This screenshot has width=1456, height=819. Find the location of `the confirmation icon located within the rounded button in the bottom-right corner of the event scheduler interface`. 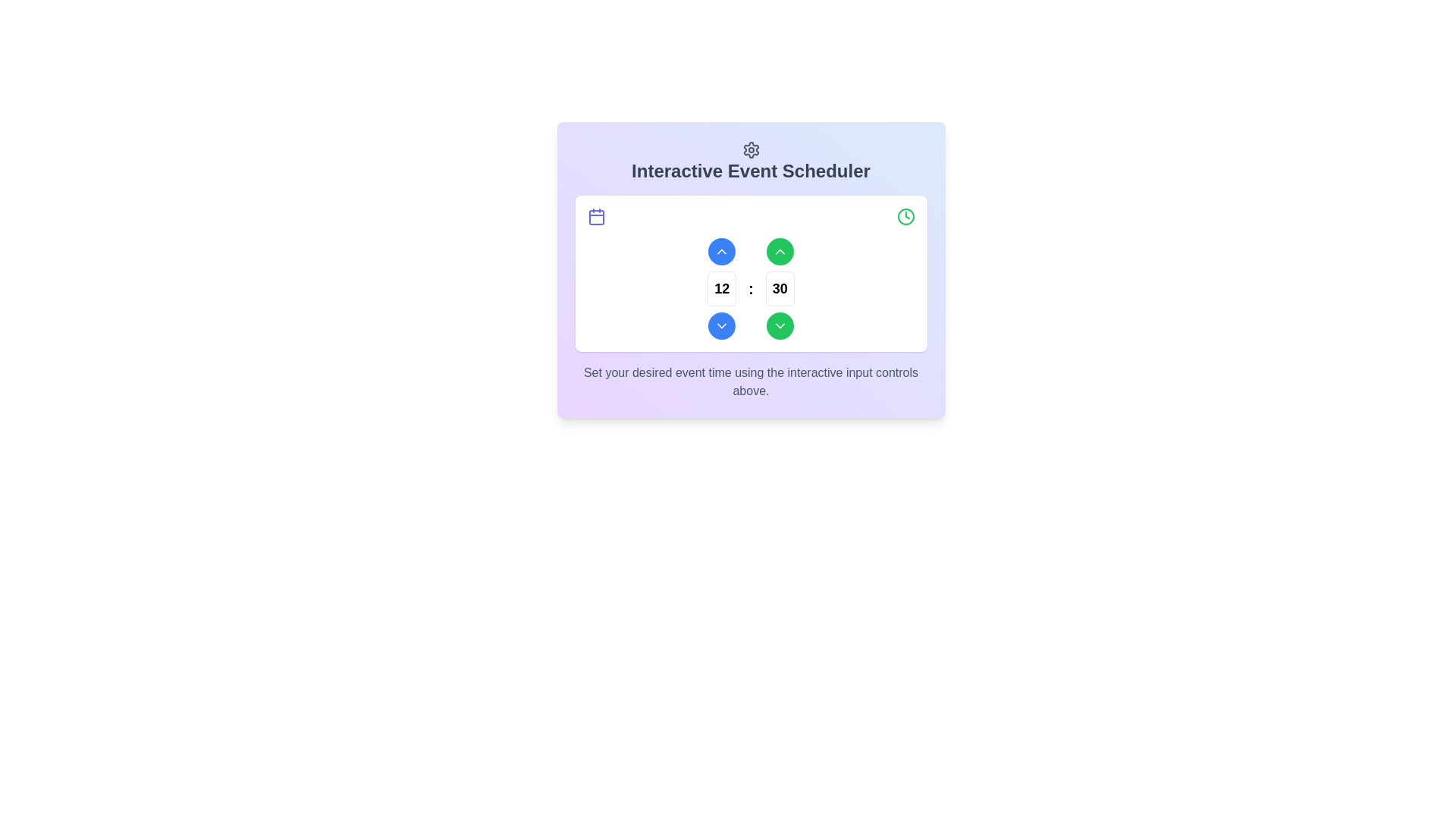

the confirmation icon located within the rounded button in the bottom-right corner of the event scheduler interface is located at coordinates (780, 325).